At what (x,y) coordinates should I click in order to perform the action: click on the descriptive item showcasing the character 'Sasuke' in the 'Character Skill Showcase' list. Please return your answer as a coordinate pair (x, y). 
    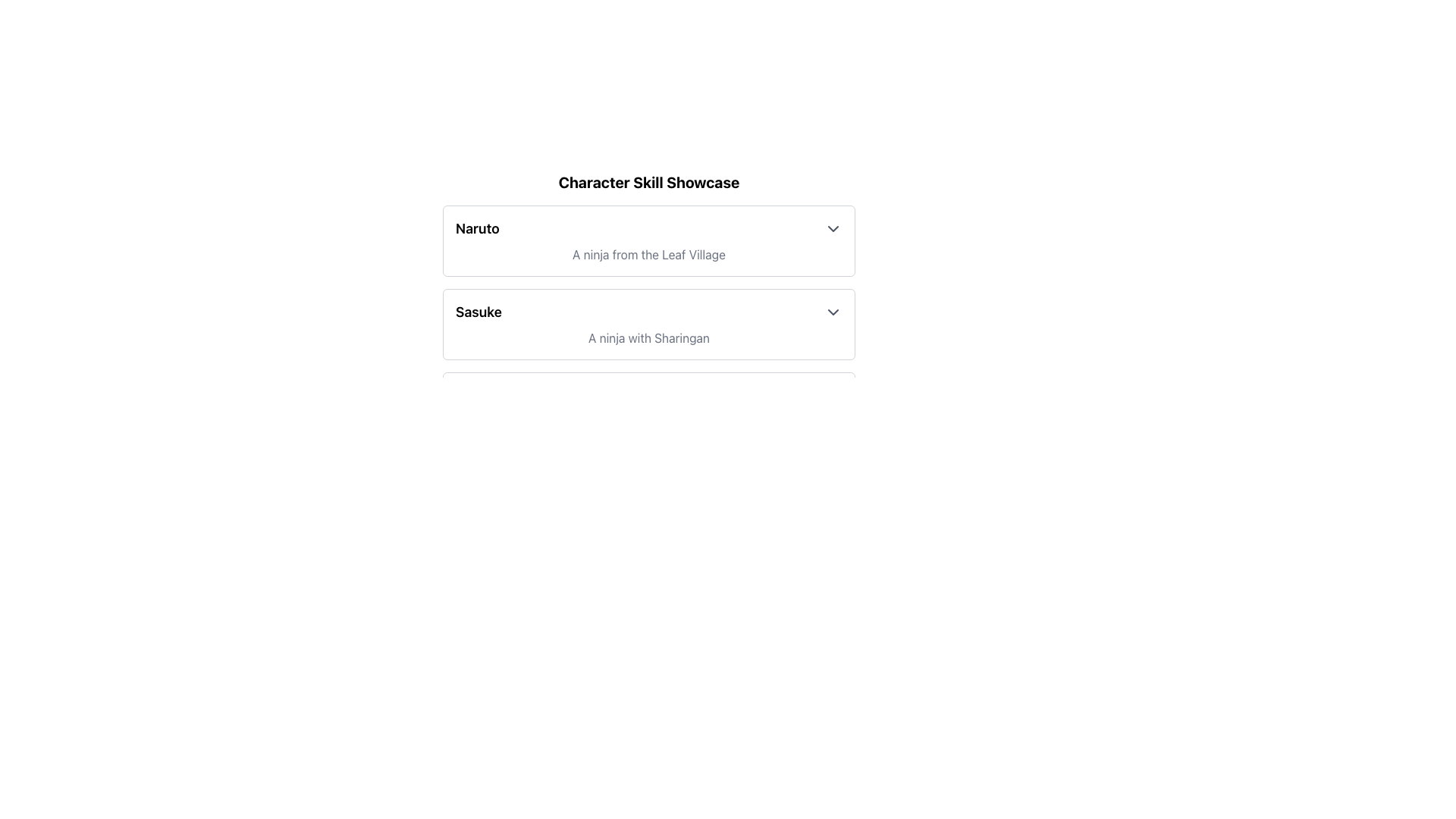
    Looking at the image, I should click on (648, 324).